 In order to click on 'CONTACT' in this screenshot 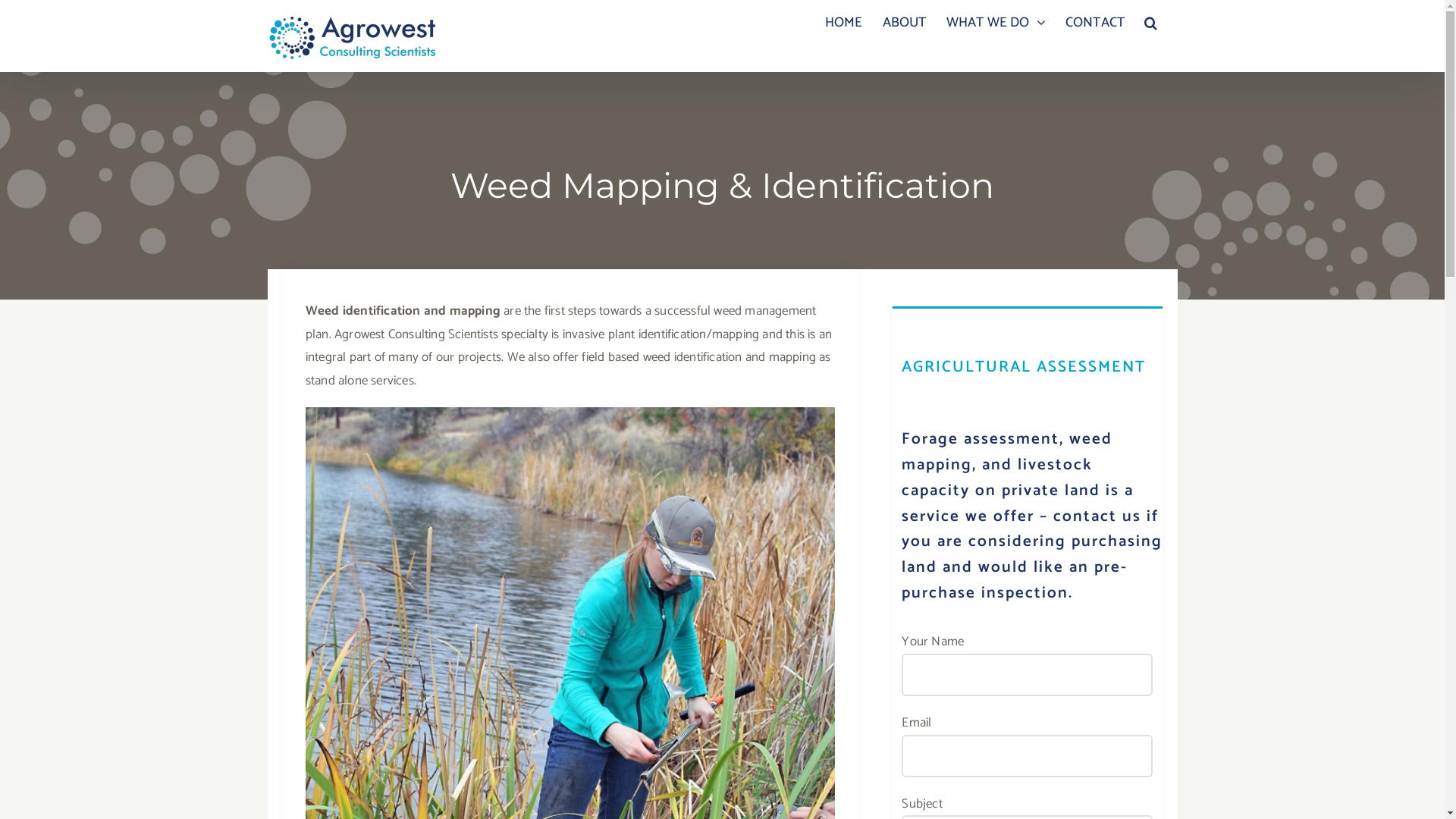, I will do `click(1095, 23)`.